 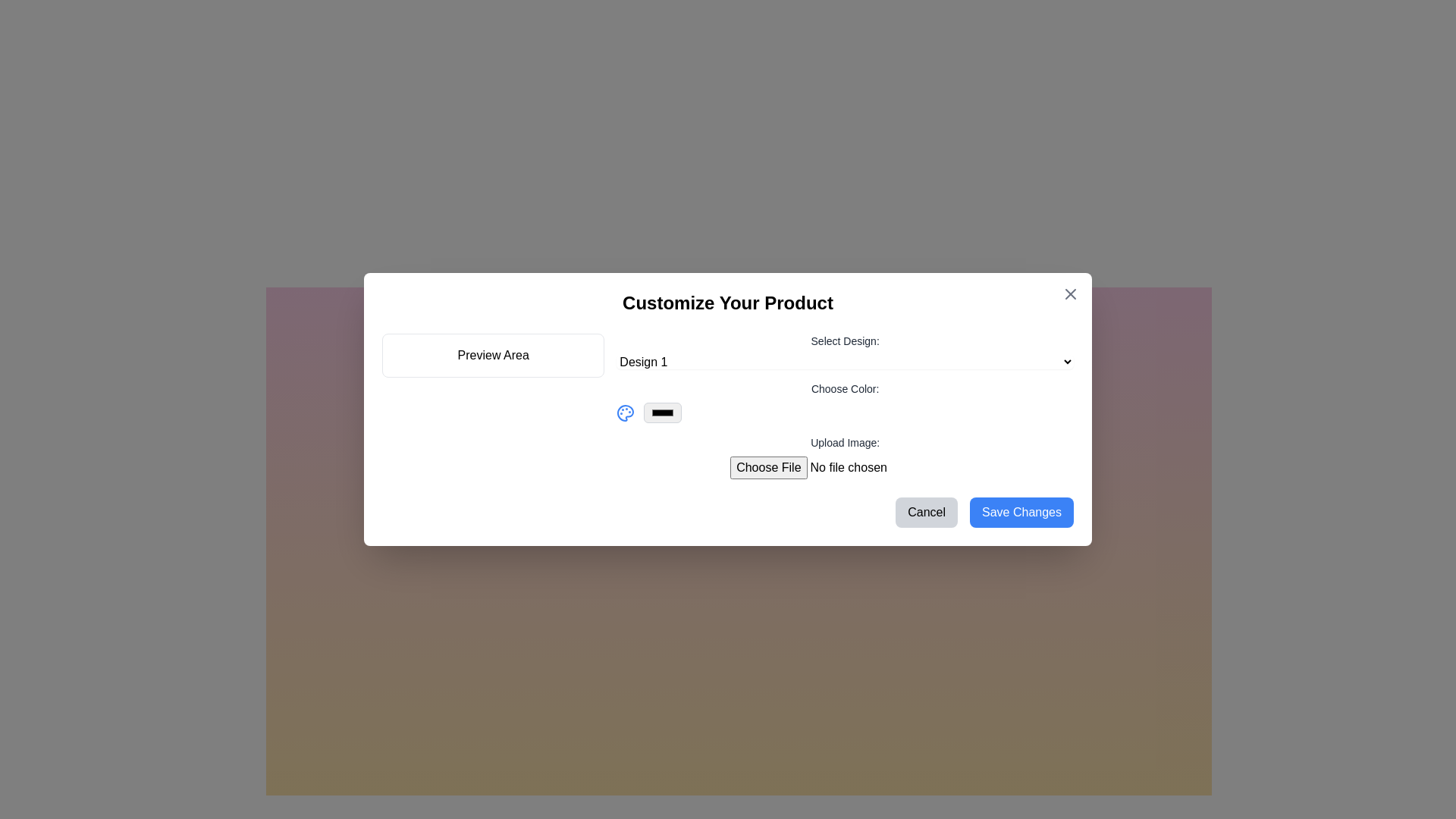 I want to click on the 'X' close icon in the top-right corner of the modal dialog, so click(x=1069, y=294).